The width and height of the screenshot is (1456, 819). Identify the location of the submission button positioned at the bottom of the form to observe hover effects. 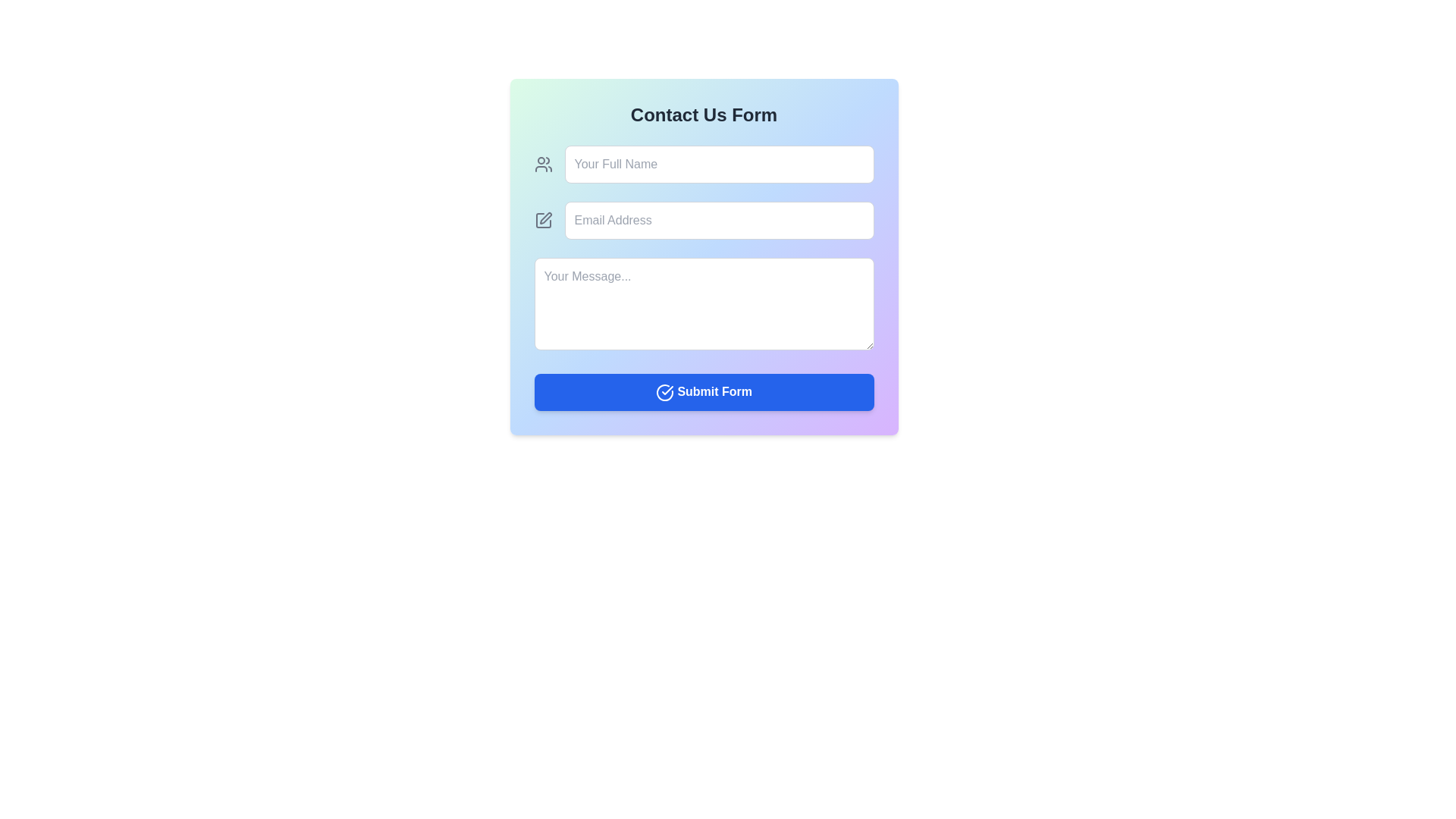
(703, 391).